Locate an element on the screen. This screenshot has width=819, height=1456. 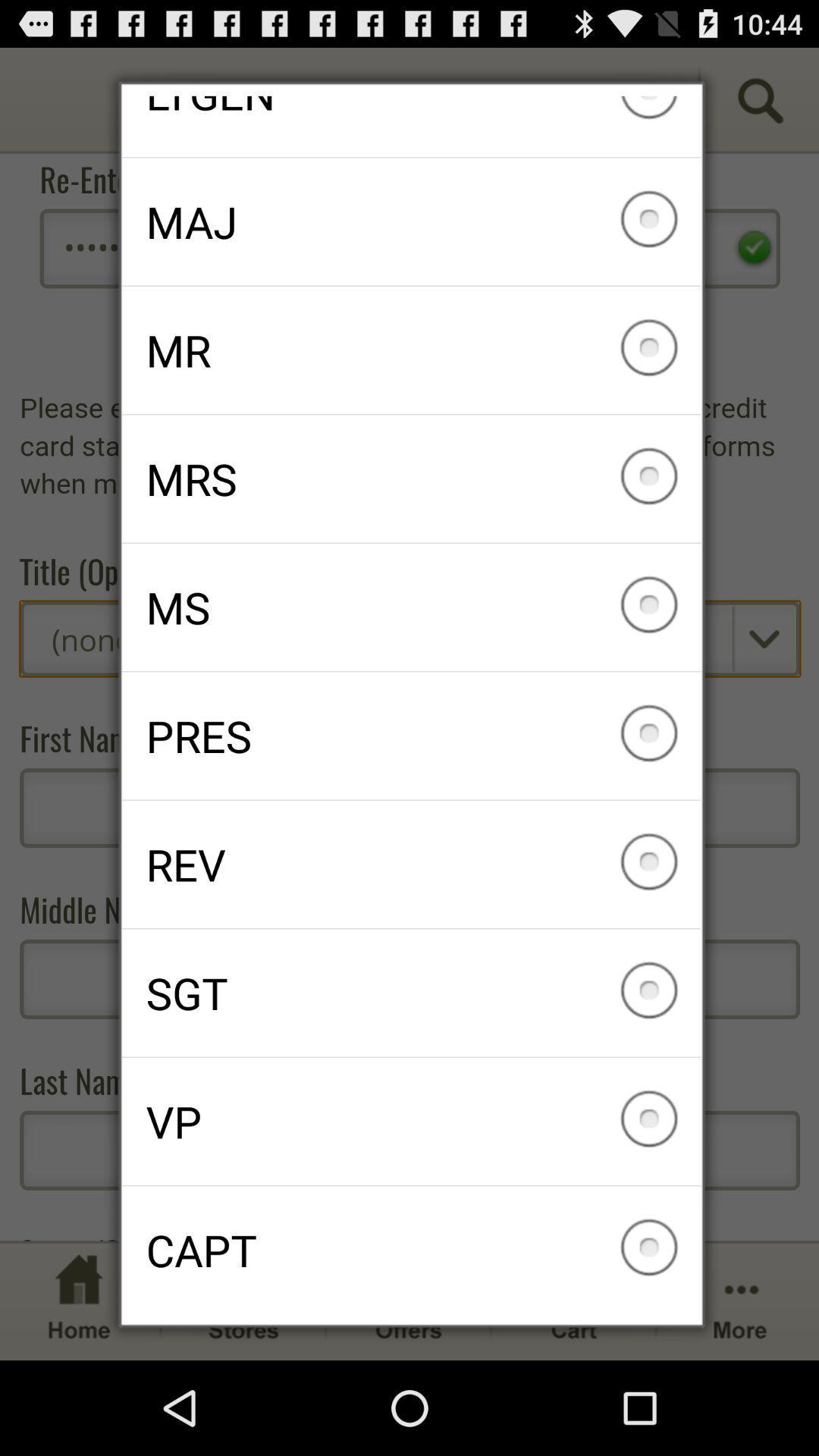
the ltgen item is located at coordinates (411, 126).